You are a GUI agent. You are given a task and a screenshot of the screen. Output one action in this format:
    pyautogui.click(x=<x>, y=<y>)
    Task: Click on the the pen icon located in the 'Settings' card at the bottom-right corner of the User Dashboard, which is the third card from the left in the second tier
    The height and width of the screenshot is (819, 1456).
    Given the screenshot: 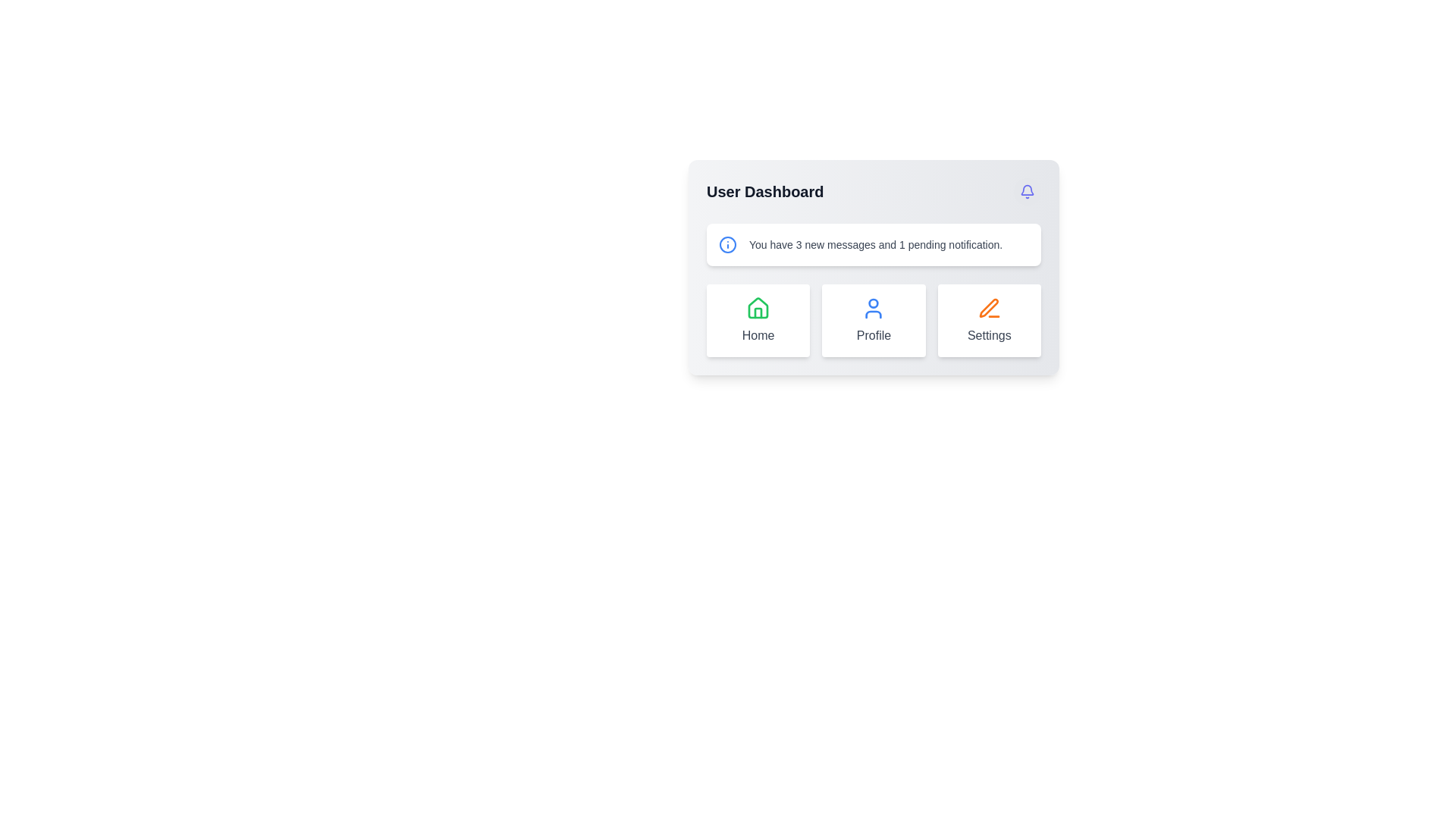 What is the action you would take?
    pyautogui.click(x=989, y=308)
    